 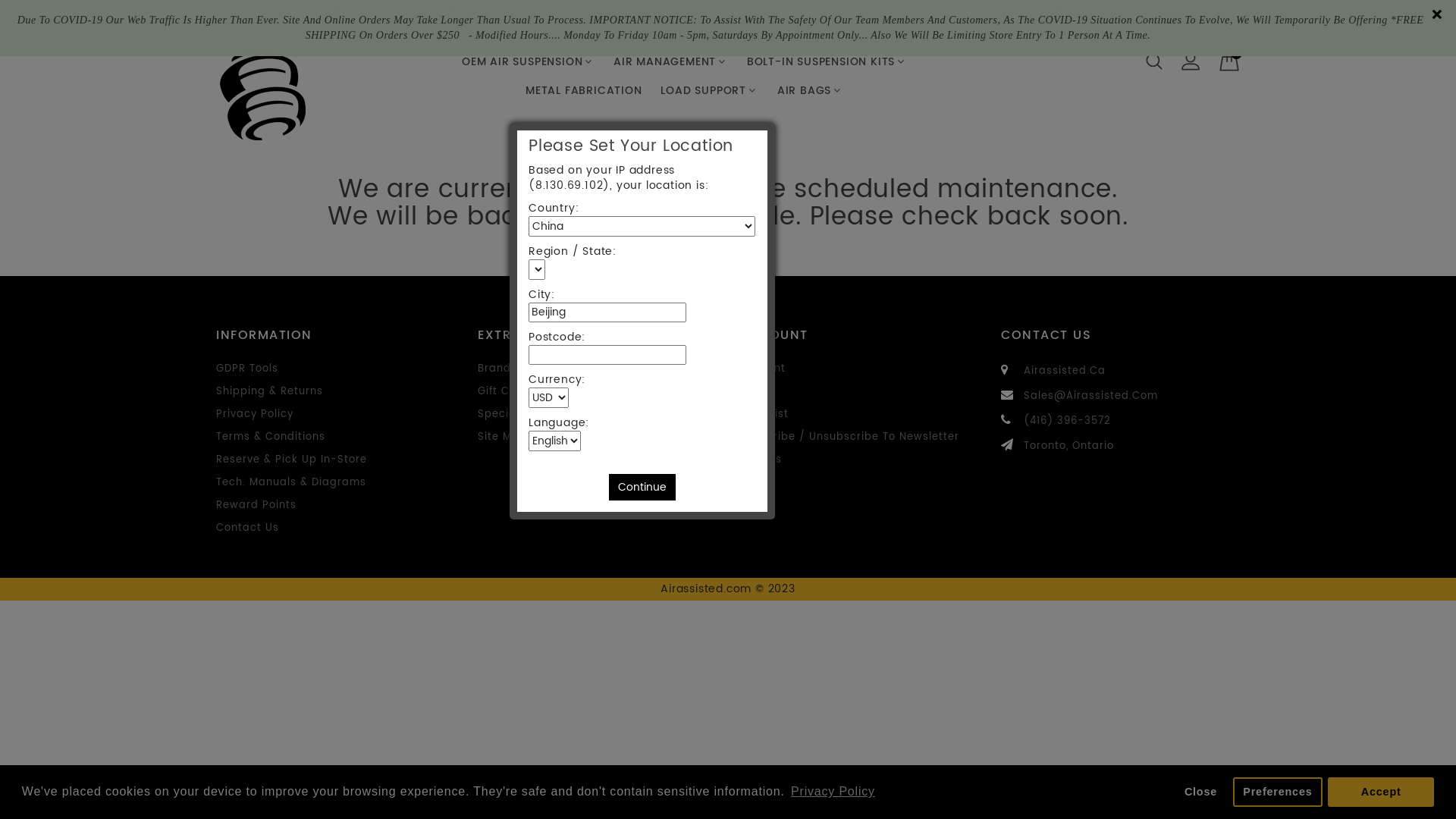 I want to click on 'OEM AIR SUSPENSION', so click(x=528, y=61).